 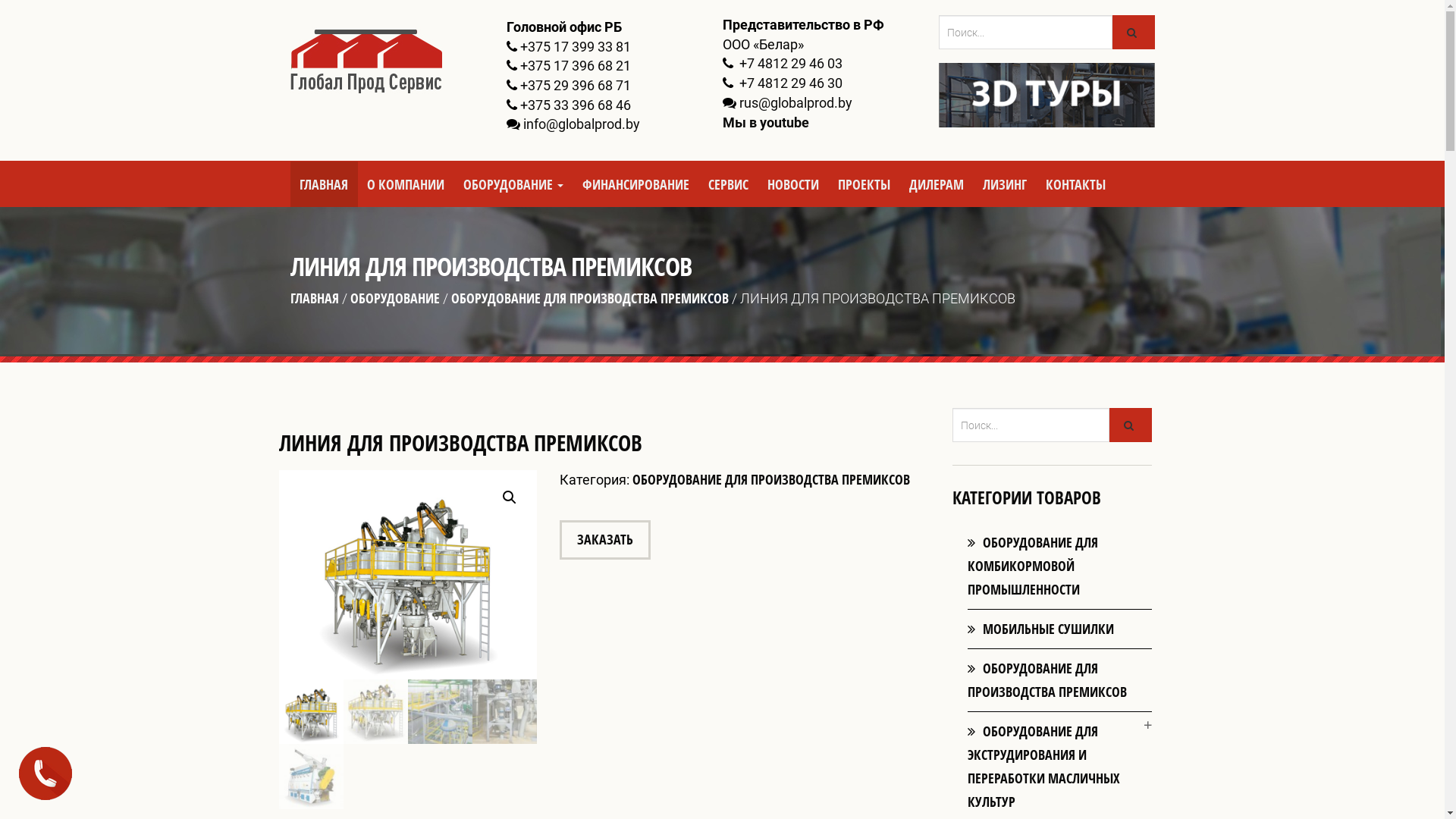 What do you see at coordinates (574, 64) in the screenshot?
I see `'+375 17 396 68 21'` at bounding box center [574, 64].